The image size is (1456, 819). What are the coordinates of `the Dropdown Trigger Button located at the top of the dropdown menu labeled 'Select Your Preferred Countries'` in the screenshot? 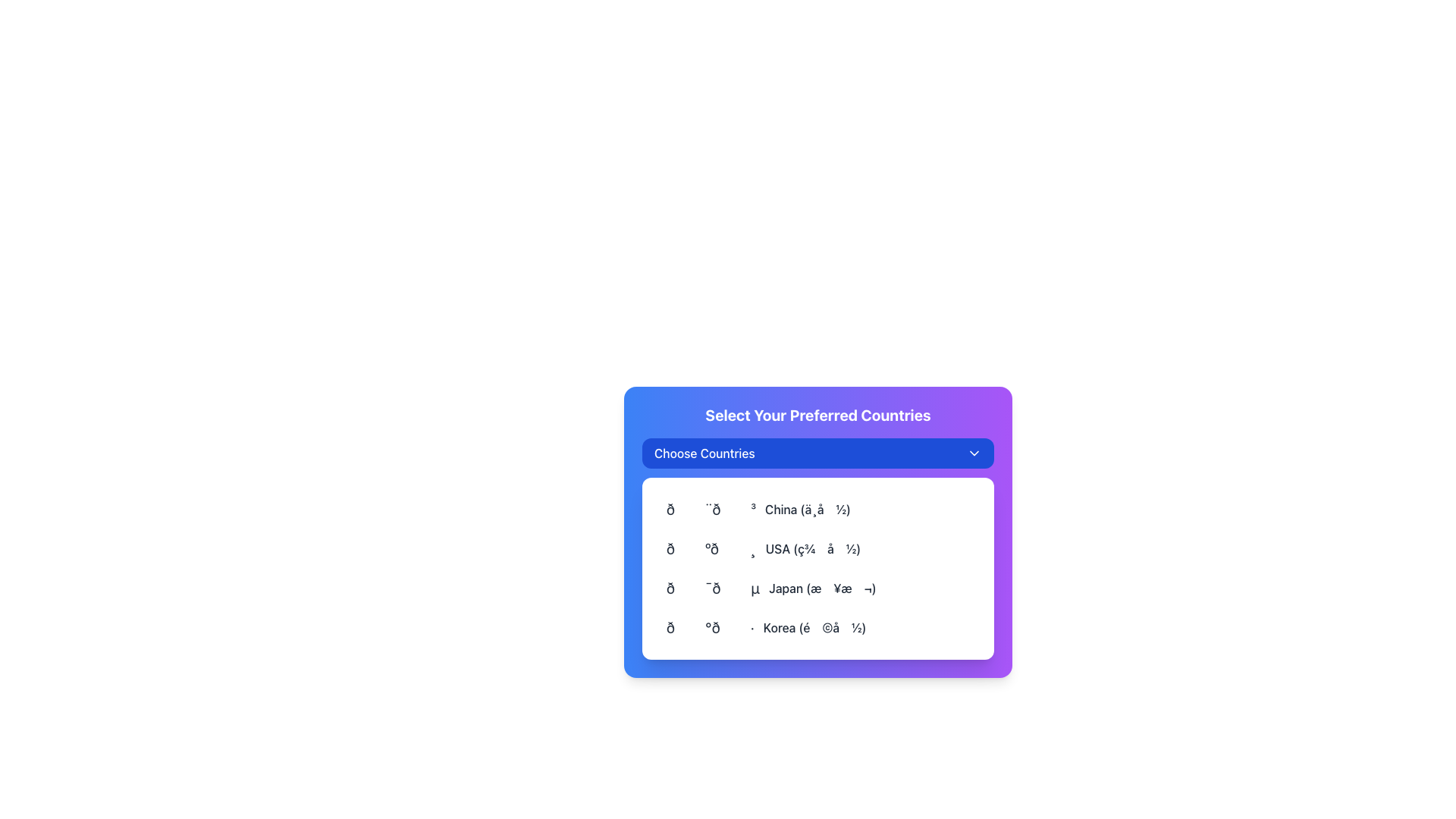 It's located at (817, 452).